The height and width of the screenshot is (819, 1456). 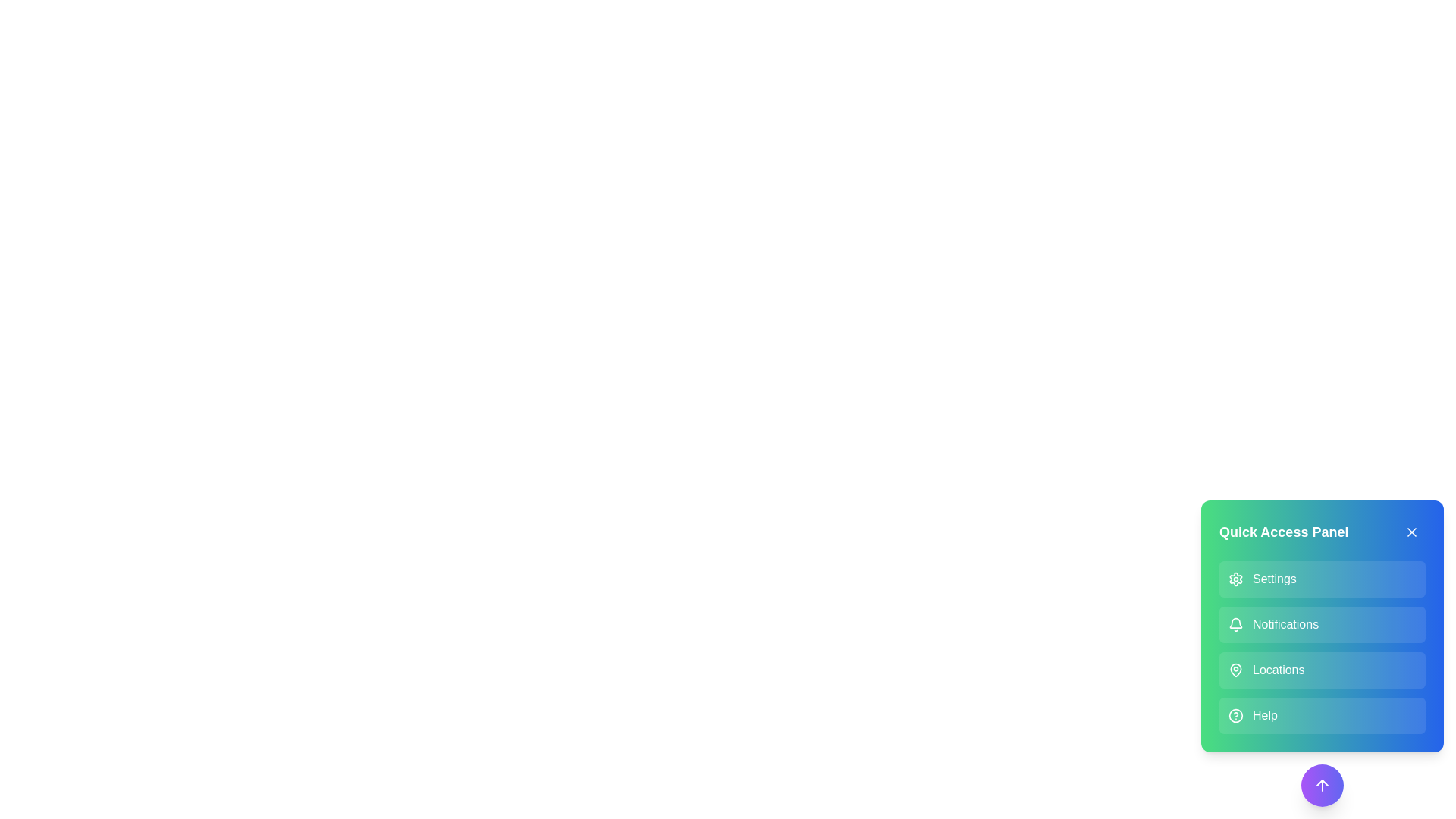 What do you see at coordinates (1236, 579) in the screenshot?
I see `the 'Settings' icon in the Quick Access Panel, which is the first icon aligned to the left of the text 'Settings'` at bounding box center [1236, 579].